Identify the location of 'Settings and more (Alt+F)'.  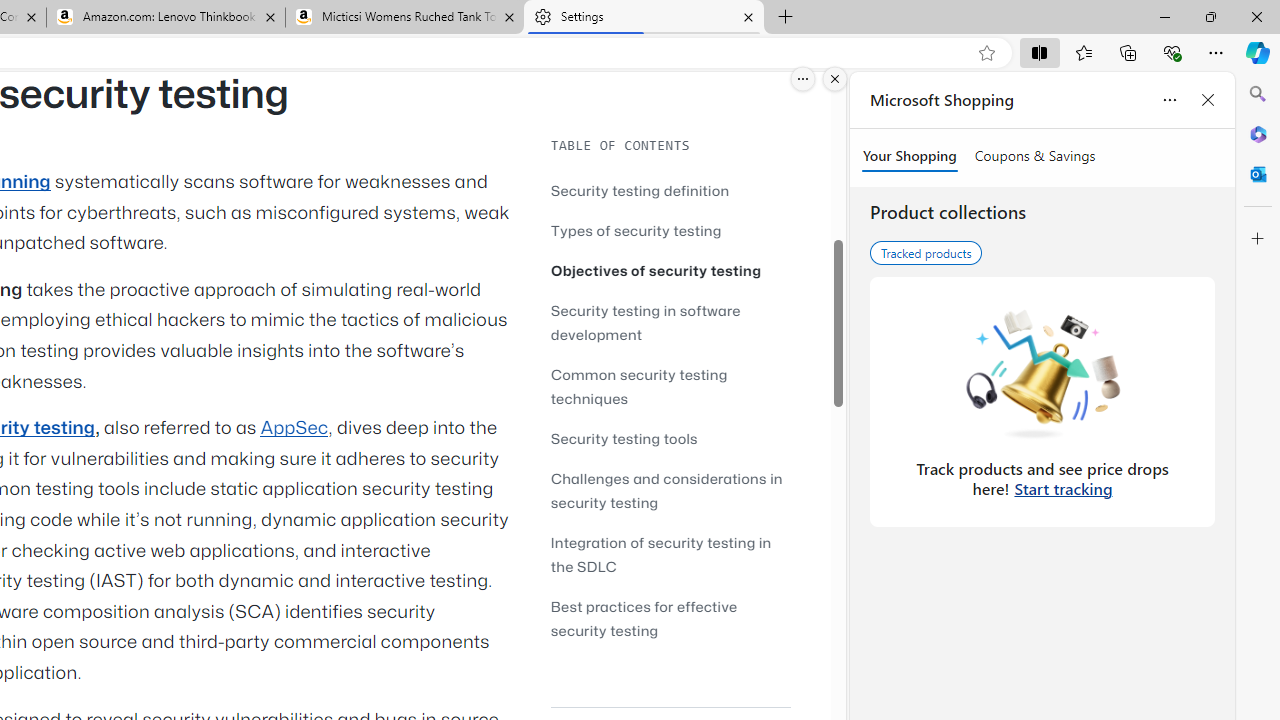
(1215, 51).